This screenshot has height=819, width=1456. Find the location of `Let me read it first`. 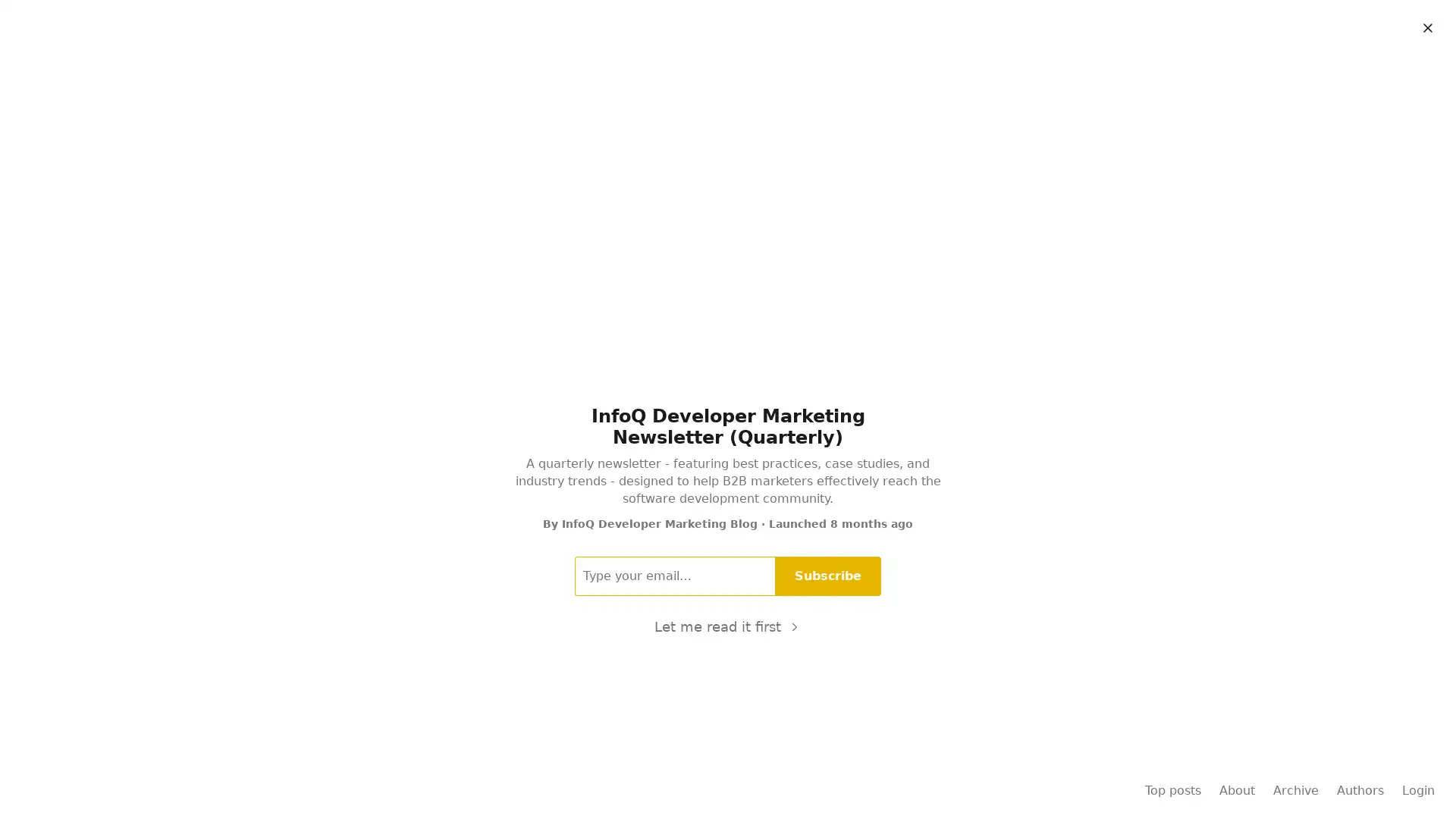

Let me read it first is located at coordinates (726, 626).